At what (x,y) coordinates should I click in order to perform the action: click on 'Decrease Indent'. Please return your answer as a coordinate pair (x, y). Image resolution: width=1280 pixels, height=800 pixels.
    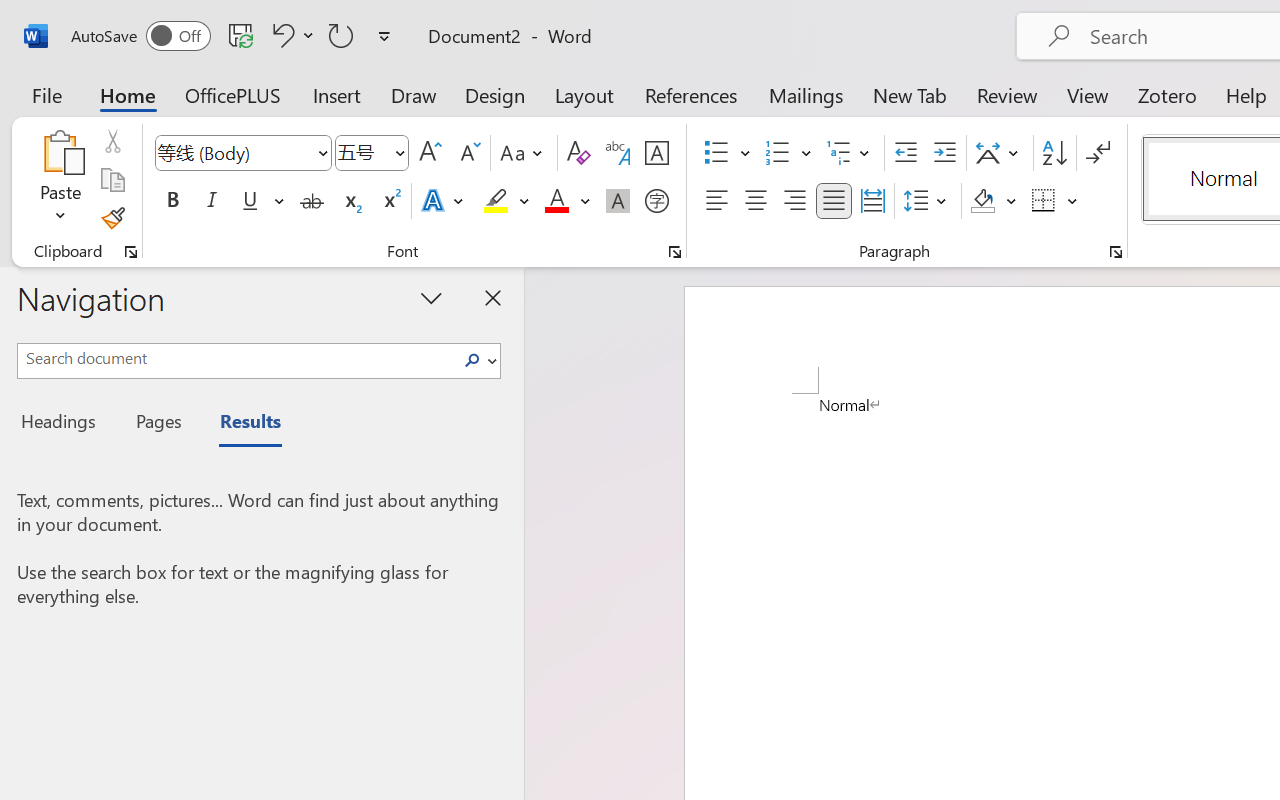
    Looking at the image, I should click on (905, 153).